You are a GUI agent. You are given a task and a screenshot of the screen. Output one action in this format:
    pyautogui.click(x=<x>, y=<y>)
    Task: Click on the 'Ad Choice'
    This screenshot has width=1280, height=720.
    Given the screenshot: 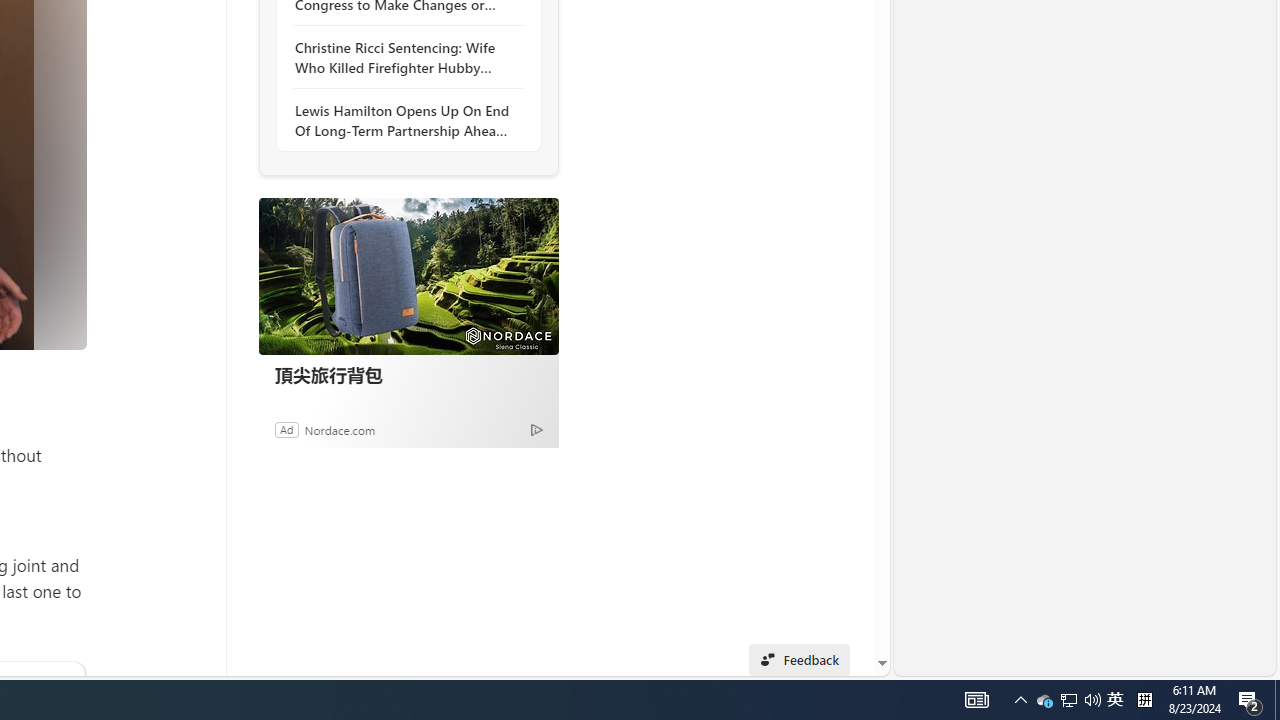 What is the action you would take?
    pyautogui.click(x=536, y=428)
    